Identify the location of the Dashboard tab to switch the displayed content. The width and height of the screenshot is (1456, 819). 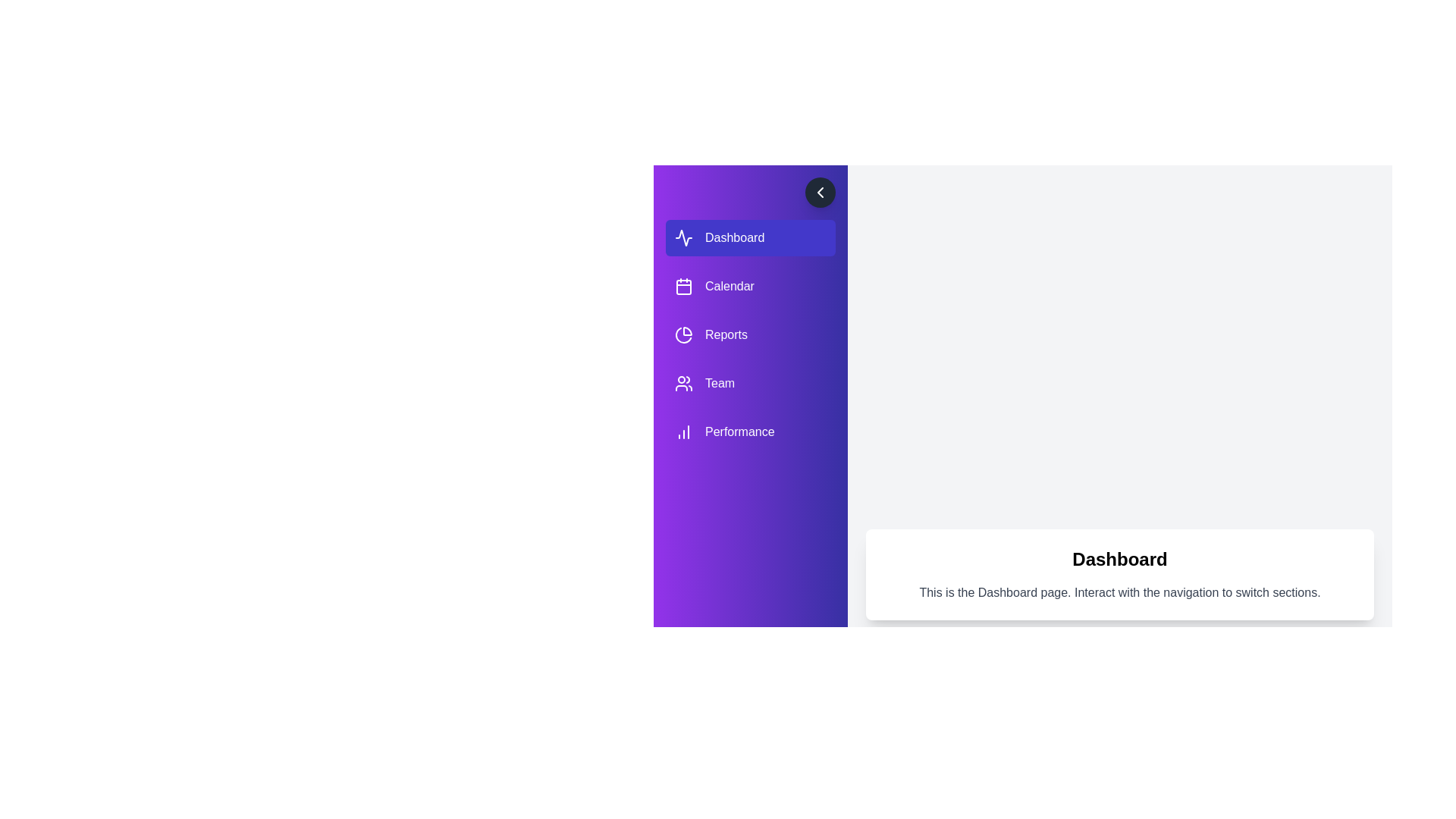
(750, 237).